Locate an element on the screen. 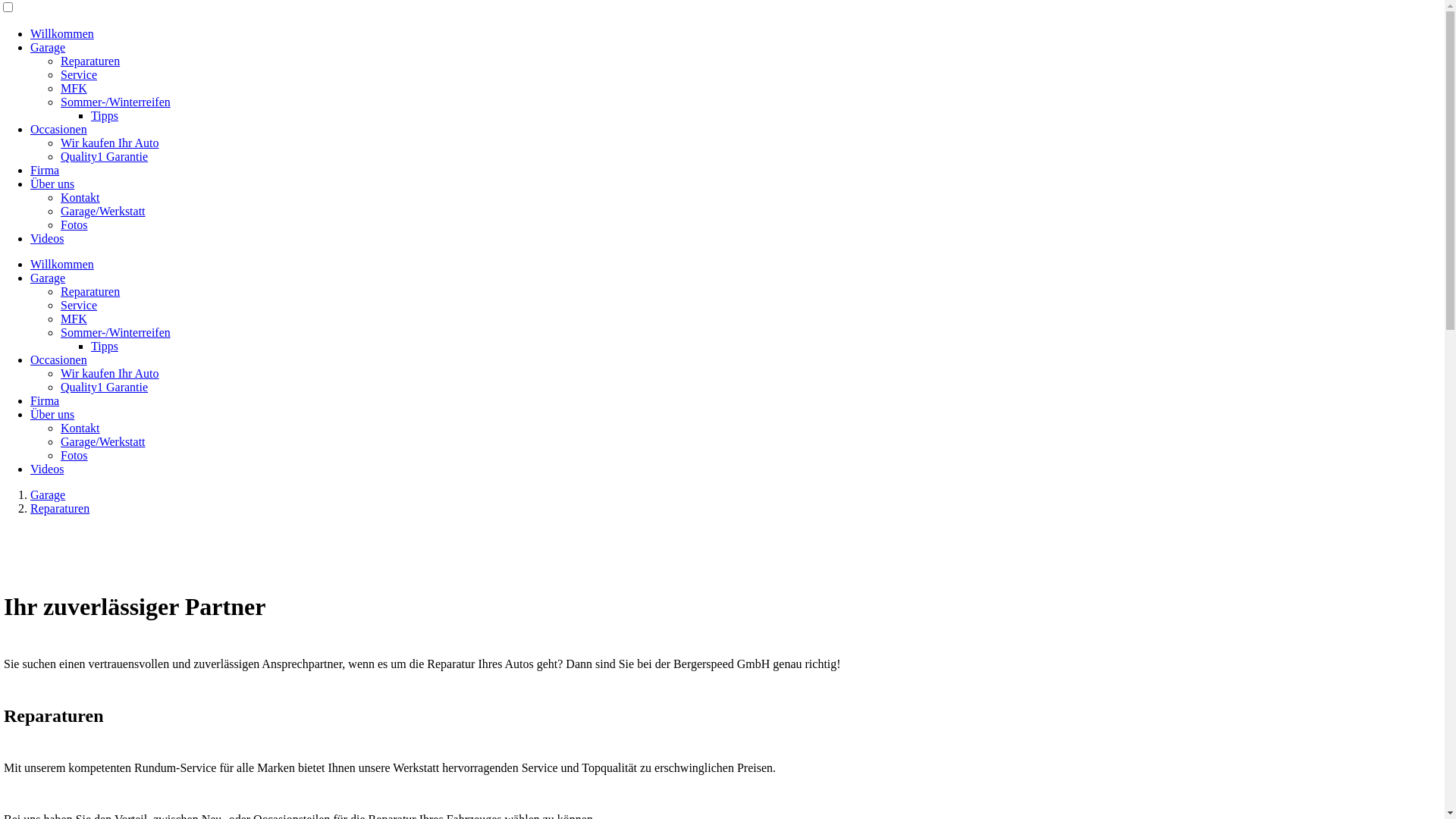 Image resolution: width=1456 pixels, height=819 pixels. 'Firma' is located at coordinates (44, 400).